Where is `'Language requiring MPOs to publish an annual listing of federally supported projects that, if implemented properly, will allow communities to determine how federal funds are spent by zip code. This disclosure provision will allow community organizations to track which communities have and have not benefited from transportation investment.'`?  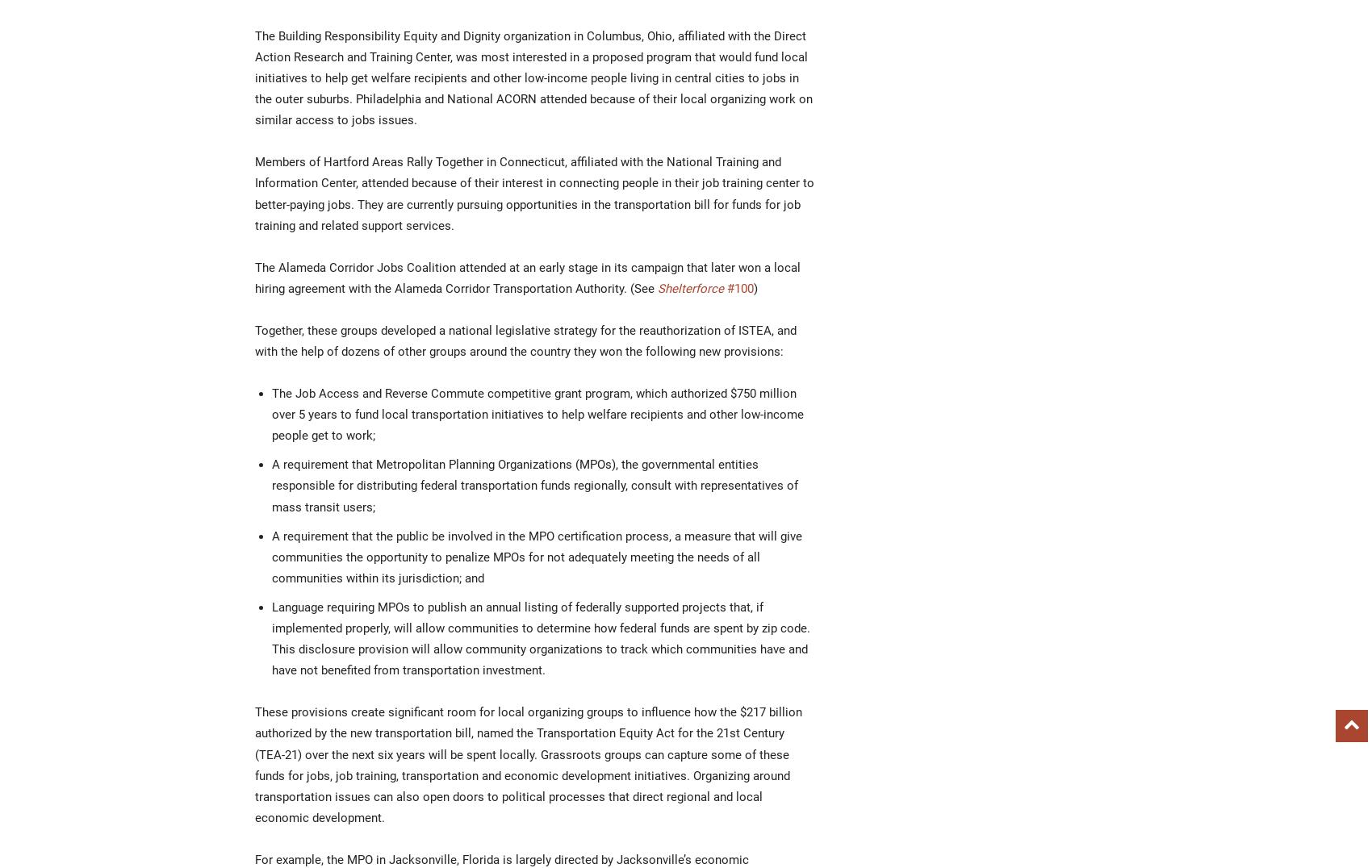
'Language requiring MPOs to publish an annual listing of federally supported projects that, if implemented properly, will allow communities to determine how federal funds are spent by zip code. This disclosure provision will allow community organizations to track which communities have and have not benefited from transportation investment.' is located at coordinates (541, 638).